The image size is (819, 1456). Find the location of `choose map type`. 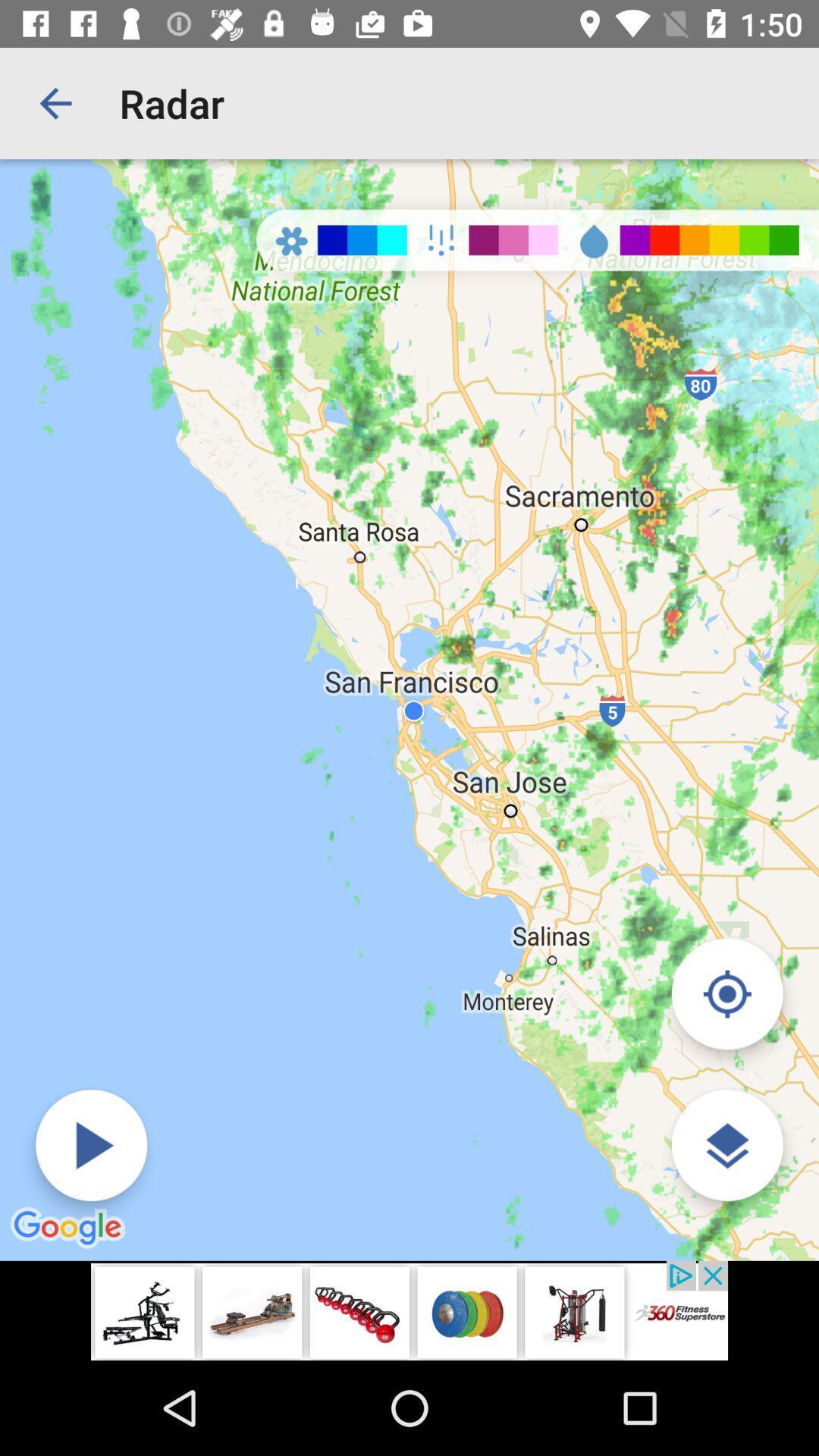

choose map type is located at coordinates (726, 1145).